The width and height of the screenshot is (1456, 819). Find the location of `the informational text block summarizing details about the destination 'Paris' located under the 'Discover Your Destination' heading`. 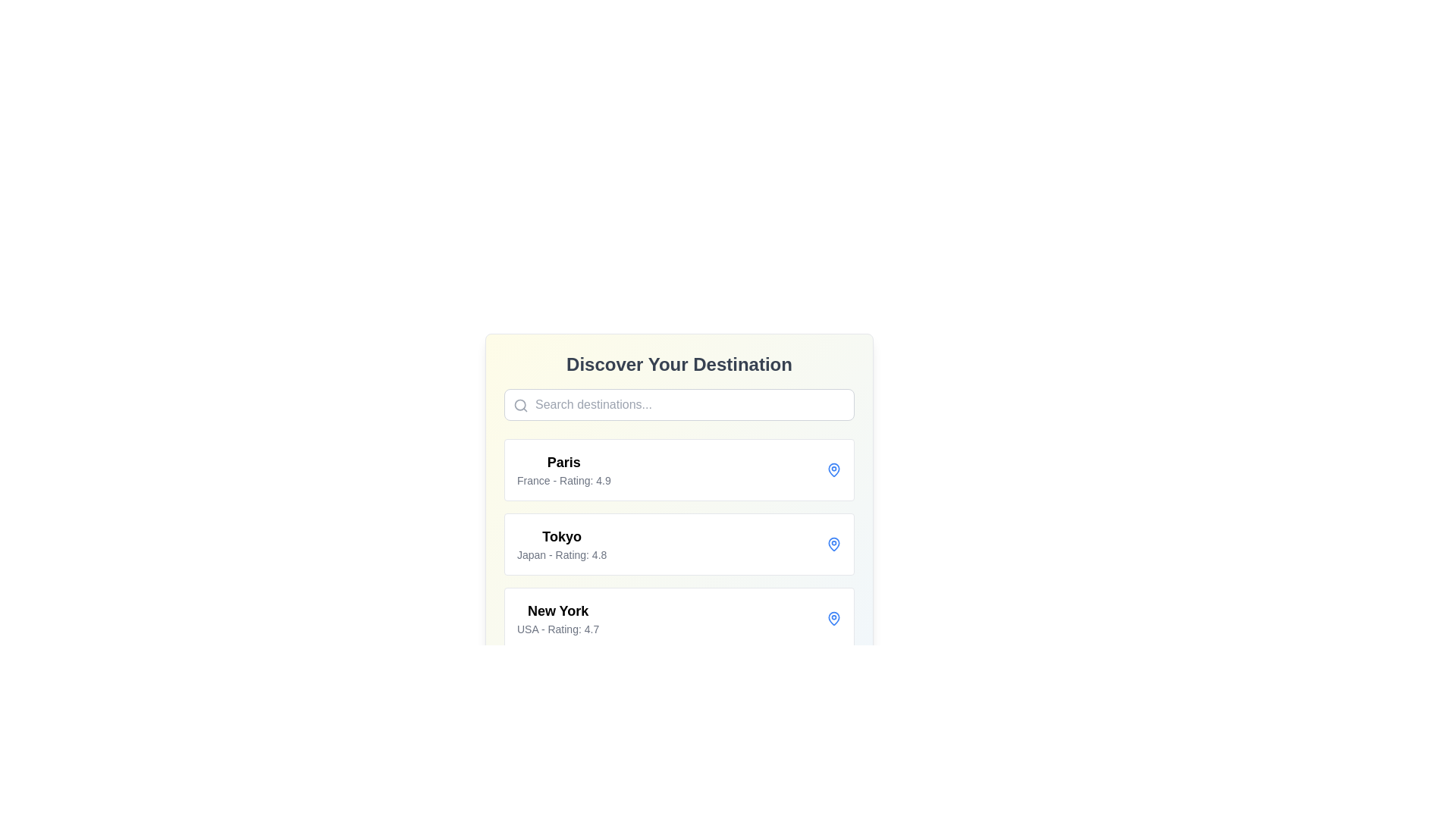

the informational text block summarizing details about the destination 'Paris' located under the 'Discover Your Destination' heading is located at coordinates (563, 469).